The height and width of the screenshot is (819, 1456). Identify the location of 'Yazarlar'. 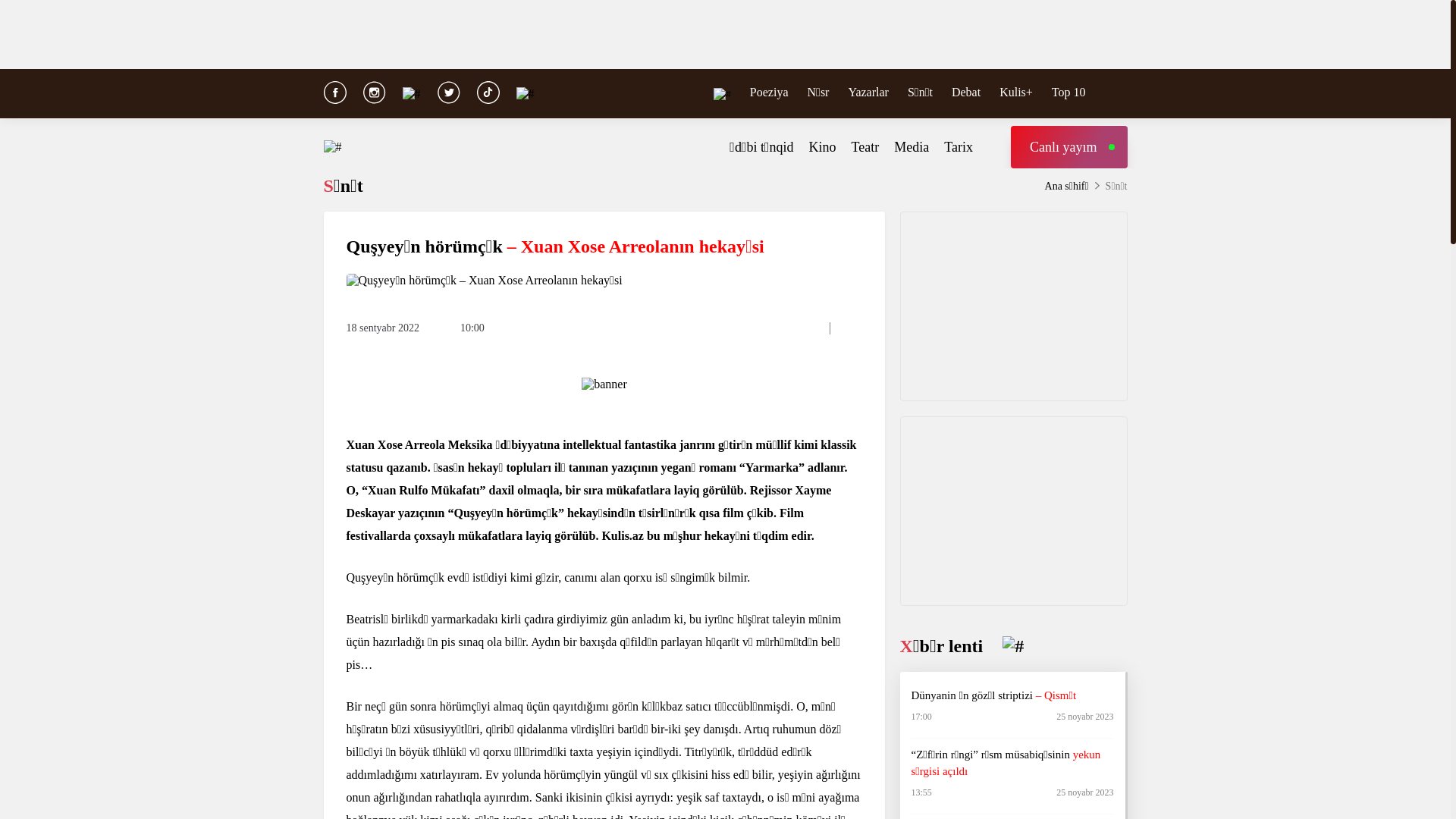
(868, 91).